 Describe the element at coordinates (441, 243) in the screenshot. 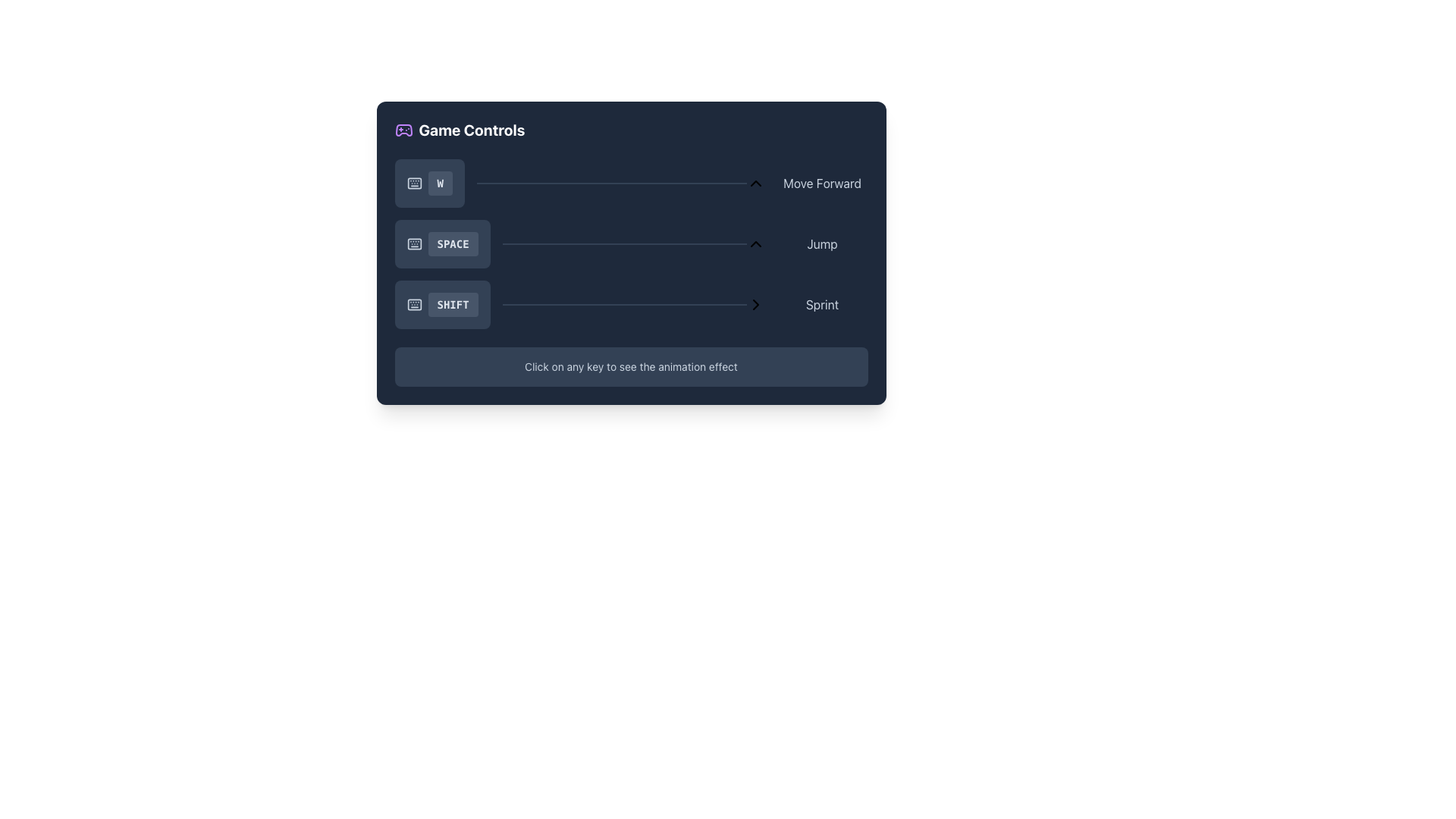

I see `the non-interactive display button labeled 'SPACE' with a keyboard icon, located in the 'Game Controls' section, positioned between the buttons 'W' and 'SHIFT'` at that location.